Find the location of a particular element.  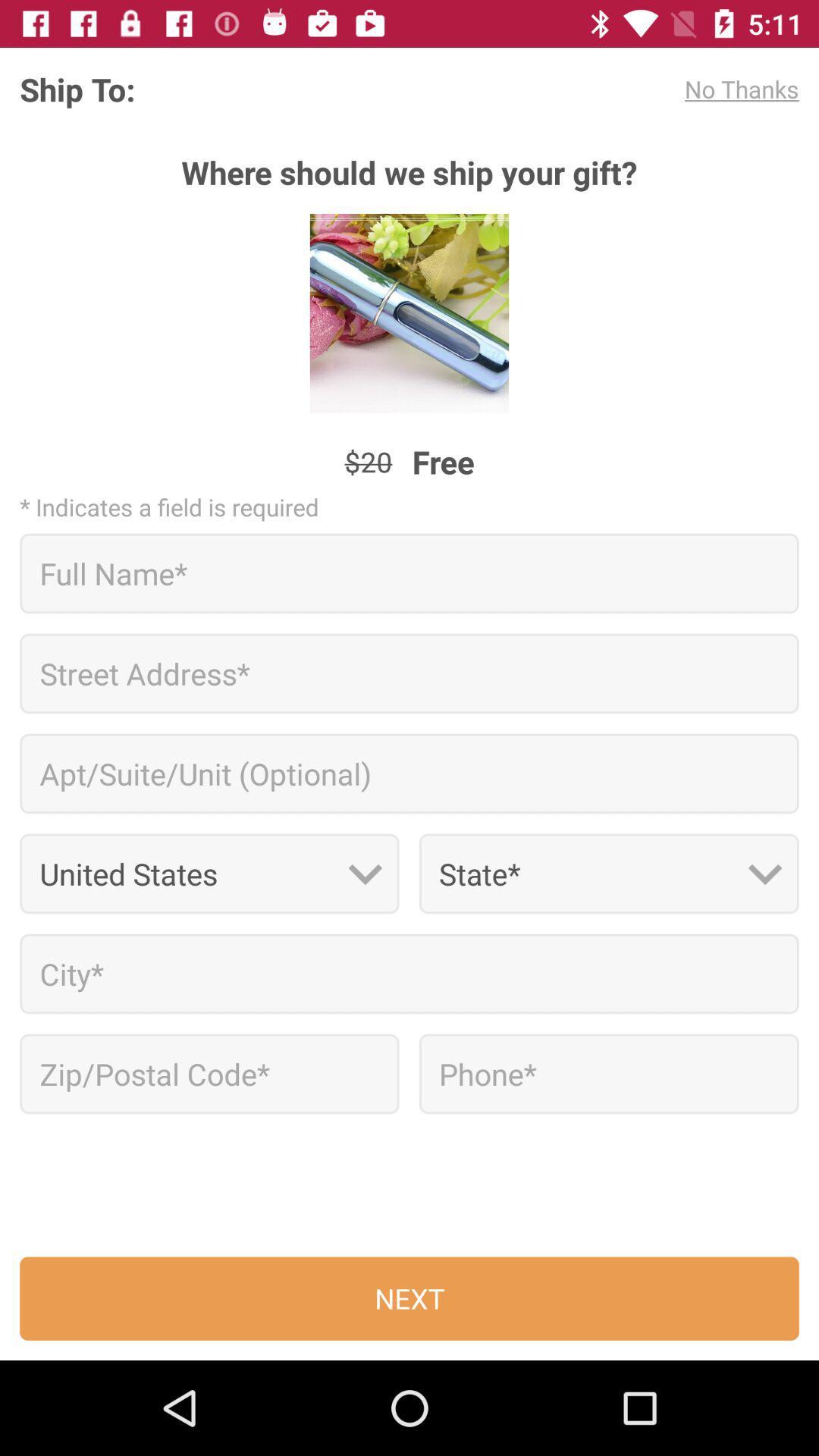

text box to enter phone number is located at coordinates (608, 1073).